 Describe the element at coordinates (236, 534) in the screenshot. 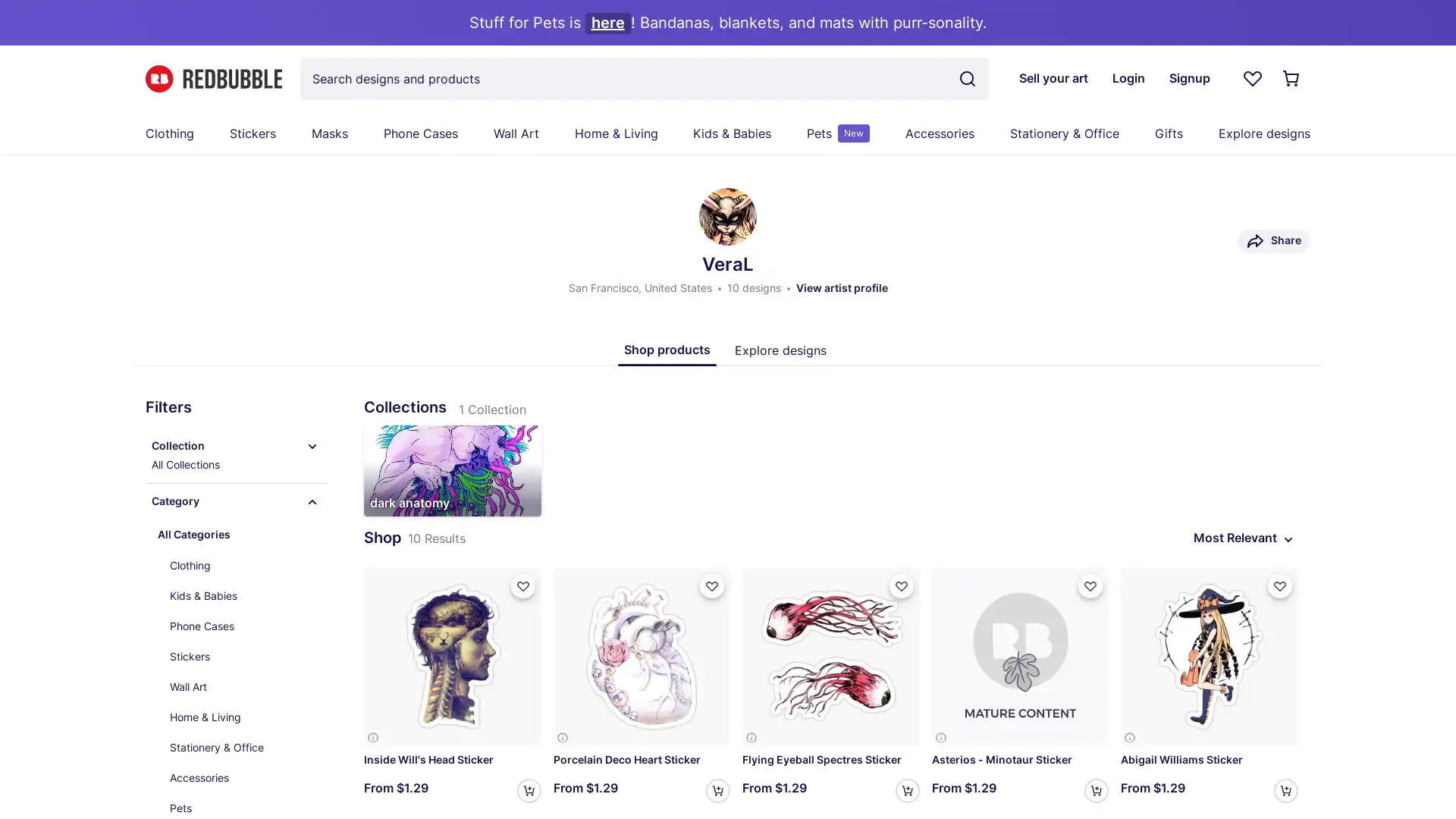

I see `All Categories` at that location.